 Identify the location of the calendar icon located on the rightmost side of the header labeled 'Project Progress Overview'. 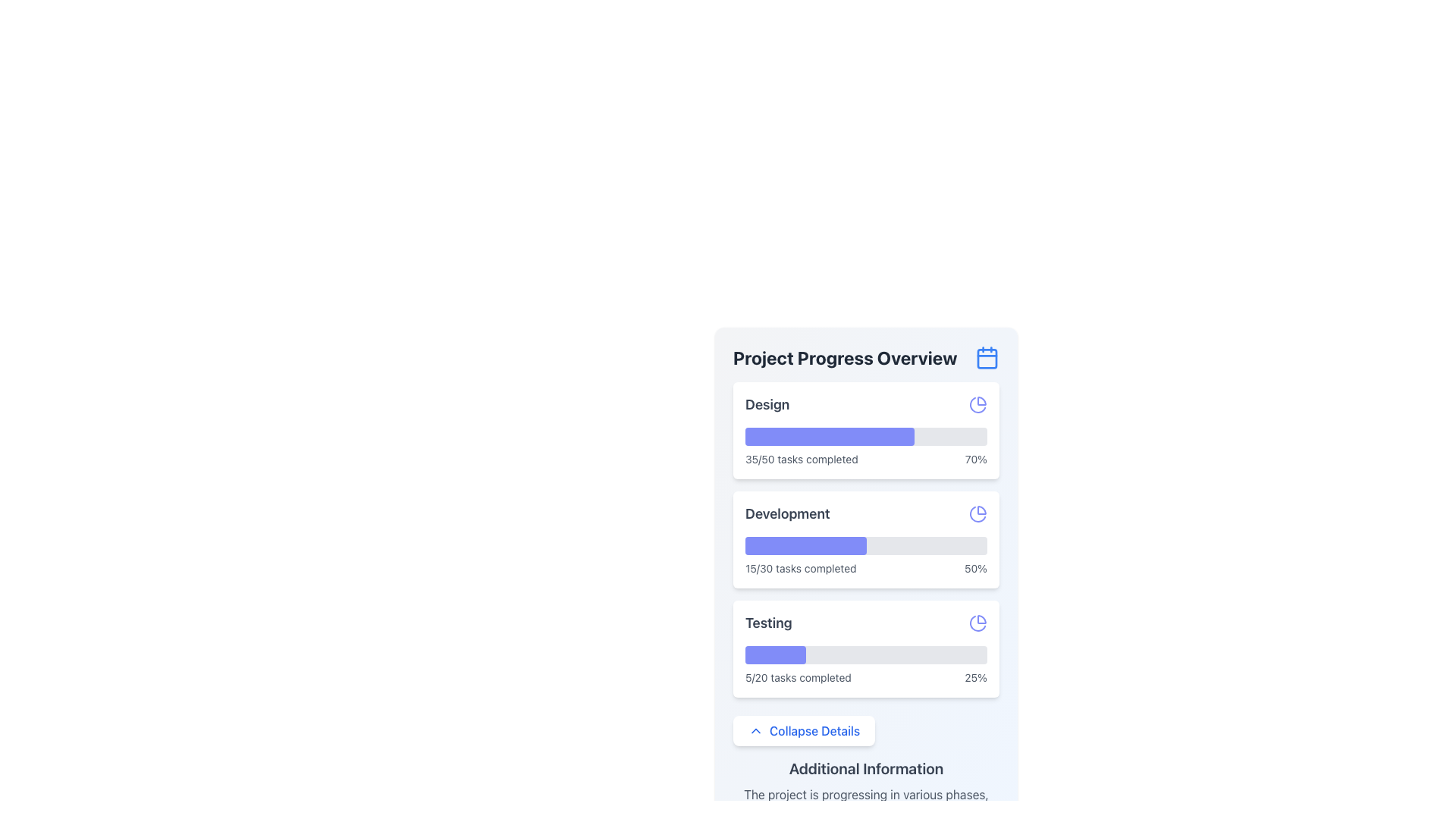
(987, 357).